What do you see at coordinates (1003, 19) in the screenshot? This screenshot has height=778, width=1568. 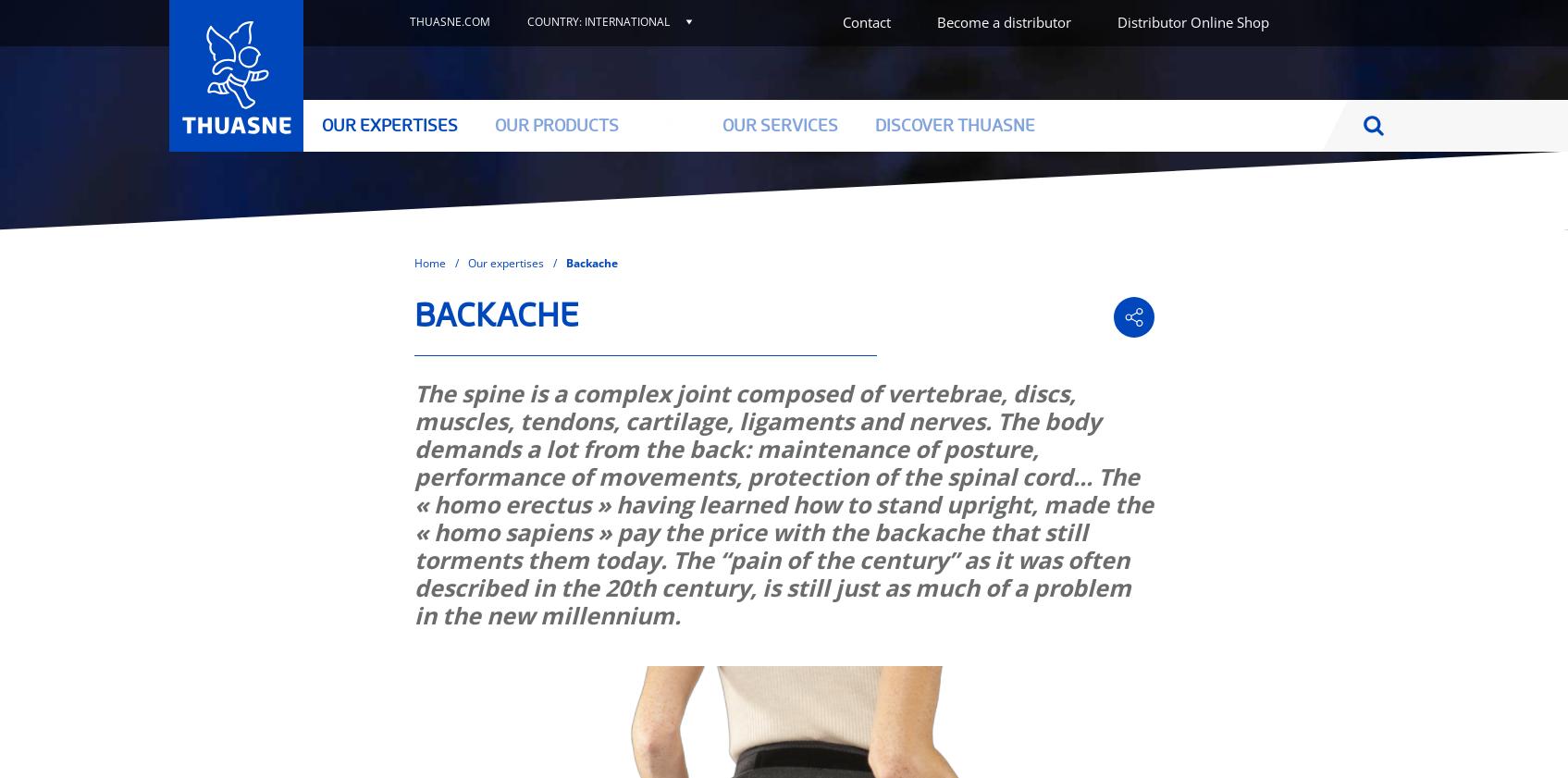 I see `'Become a distributor'` at bounding box center [1003, 19].